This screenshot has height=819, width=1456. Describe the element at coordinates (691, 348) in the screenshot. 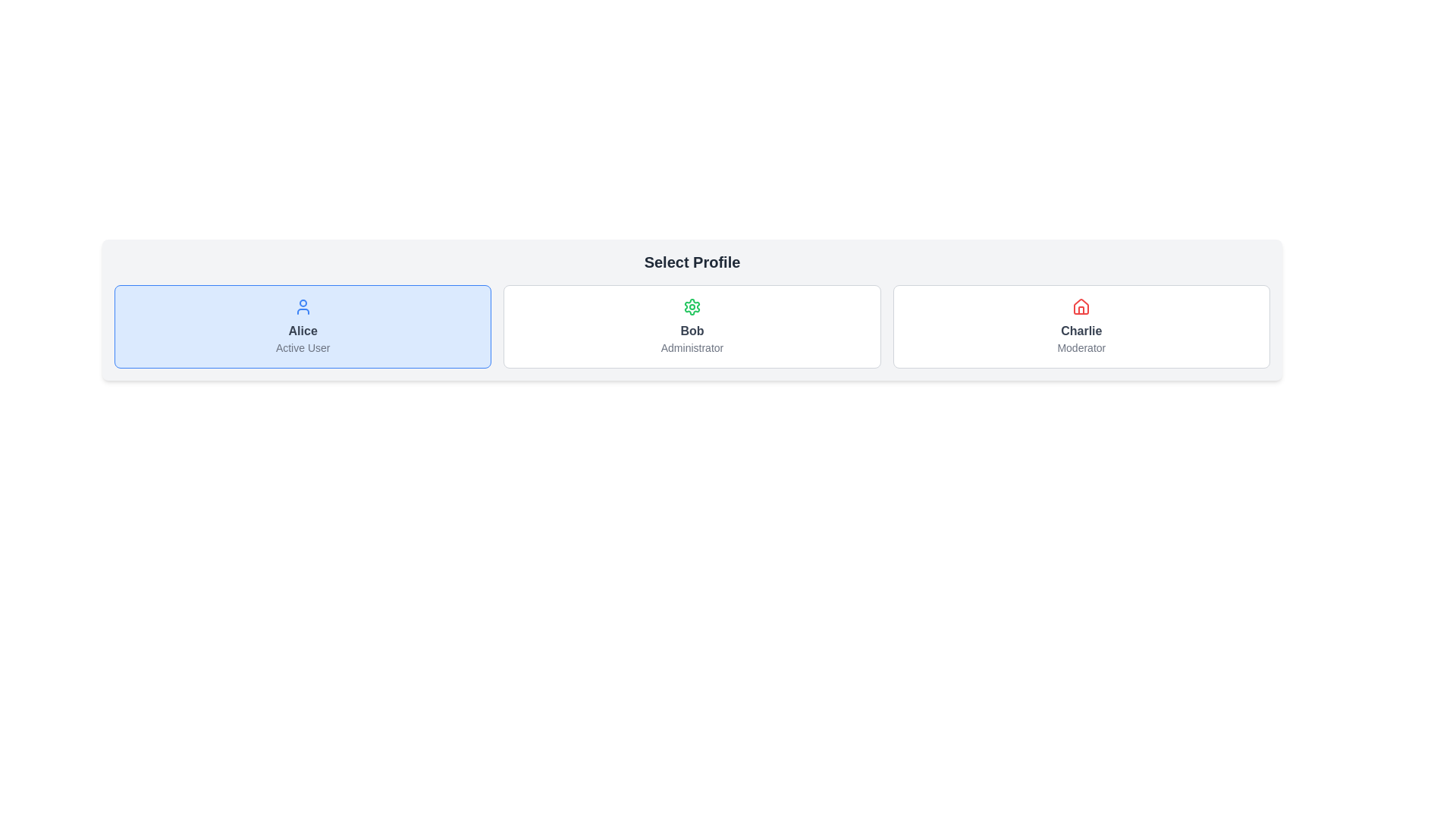

I see `the 'Administrator' text label located beneath the bold text 'Bob' in the middle profile card of the 'Select Profile' interface` at that location.